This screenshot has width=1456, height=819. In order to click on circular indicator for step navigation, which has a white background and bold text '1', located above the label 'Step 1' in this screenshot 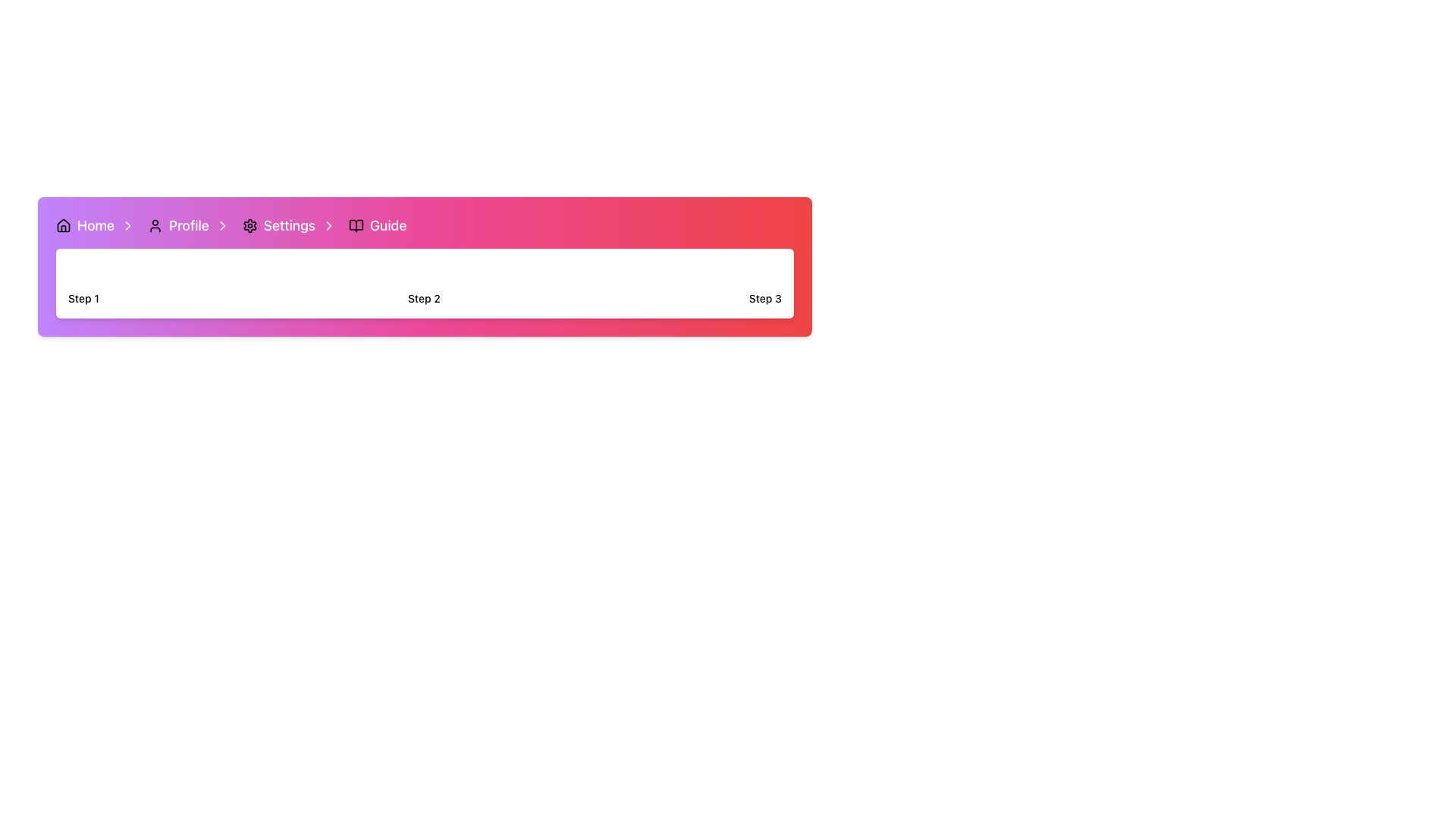, I will do `click(83, 271)`.